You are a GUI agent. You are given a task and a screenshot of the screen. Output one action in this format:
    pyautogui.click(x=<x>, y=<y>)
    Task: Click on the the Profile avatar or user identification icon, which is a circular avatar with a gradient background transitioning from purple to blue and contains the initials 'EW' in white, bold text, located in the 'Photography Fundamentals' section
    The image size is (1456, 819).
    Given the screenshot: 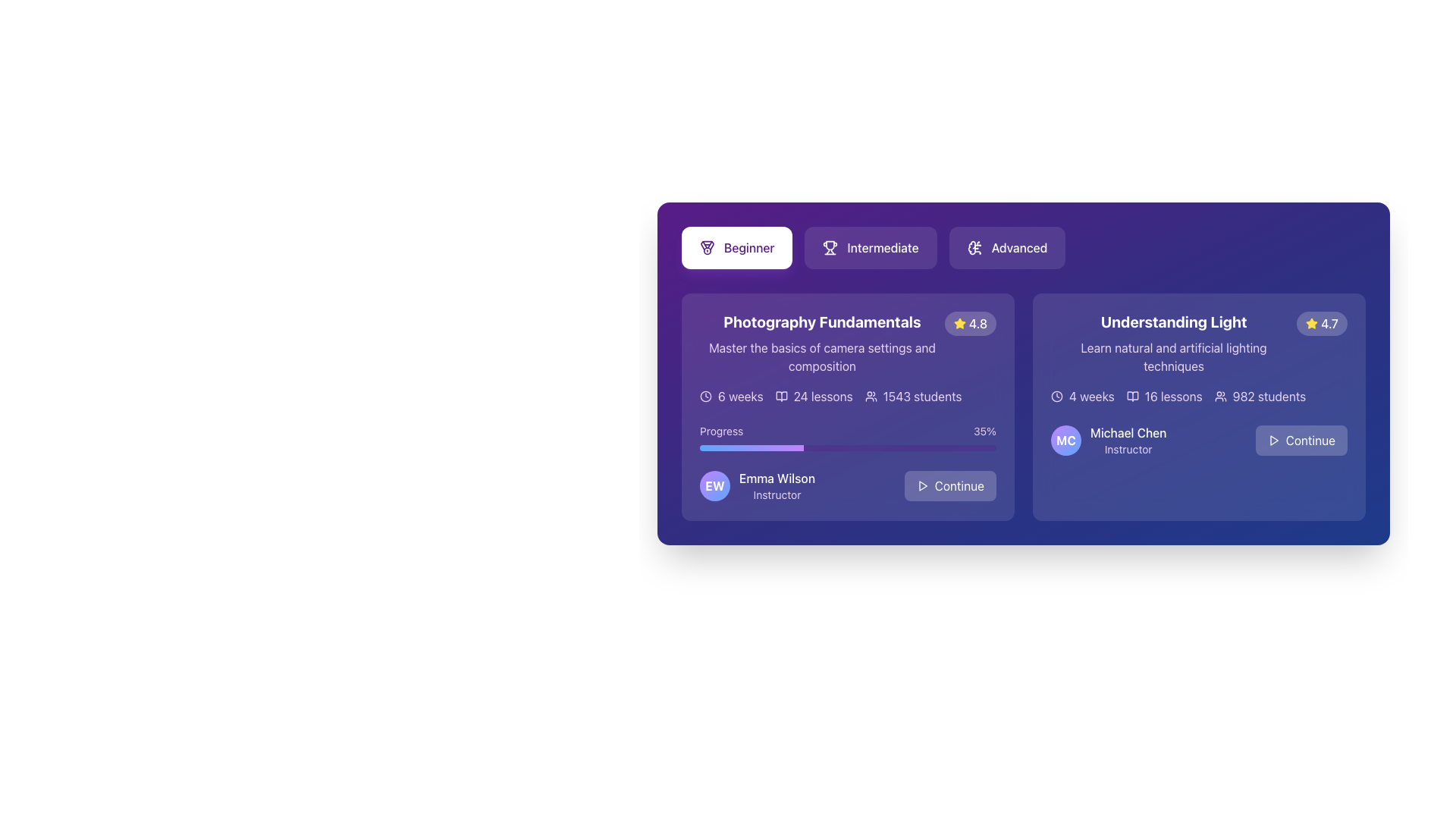 What is the action you would take?
    pyautogui.click(x=714, y=485)
    